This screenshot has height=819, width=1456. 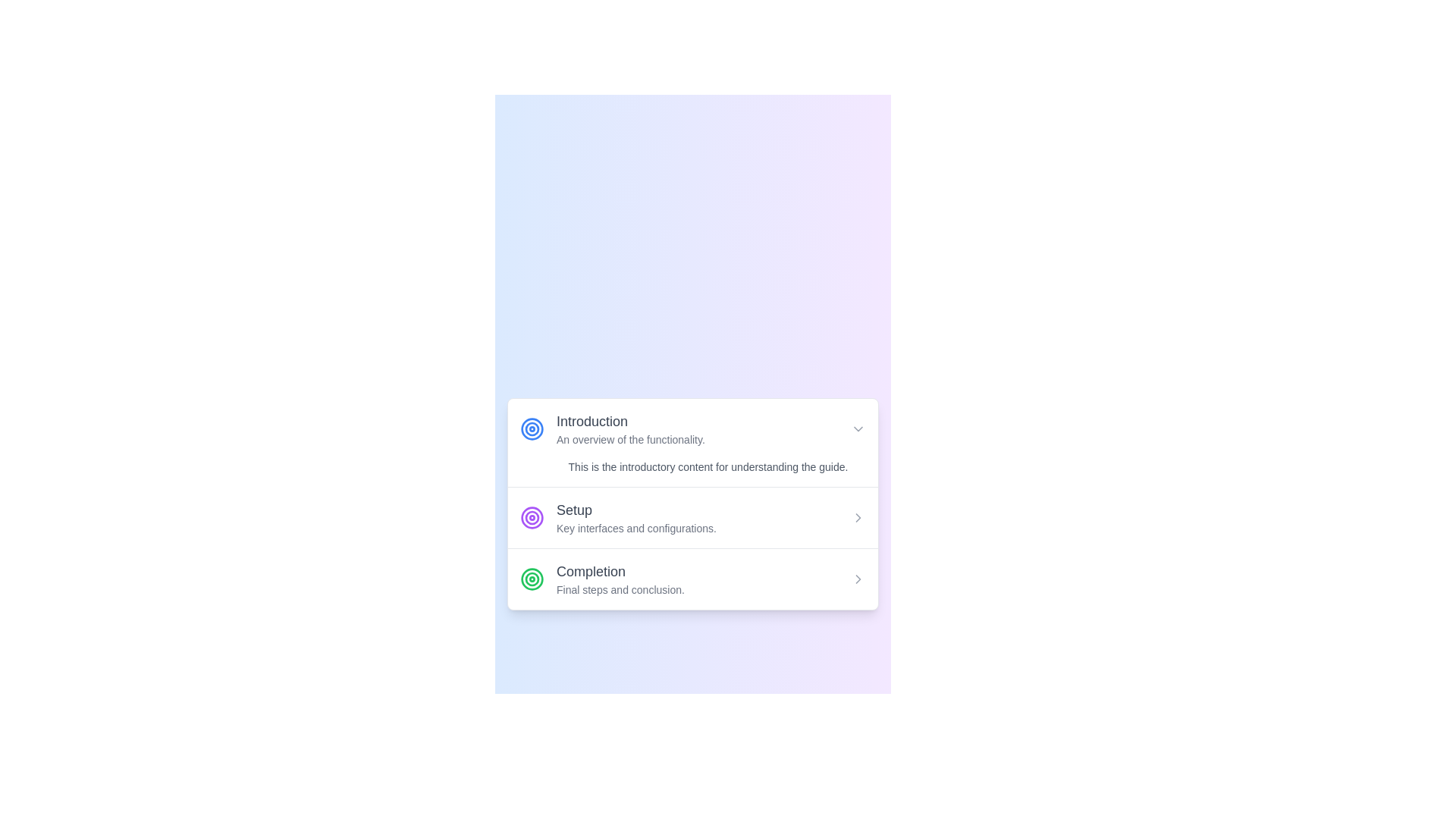 I want to click on the Text Block element that serves as a title and subtitle pairing, located to the right of a circular target-like icon at the top of a vertically-stacked list, so click(x=630, y=429).